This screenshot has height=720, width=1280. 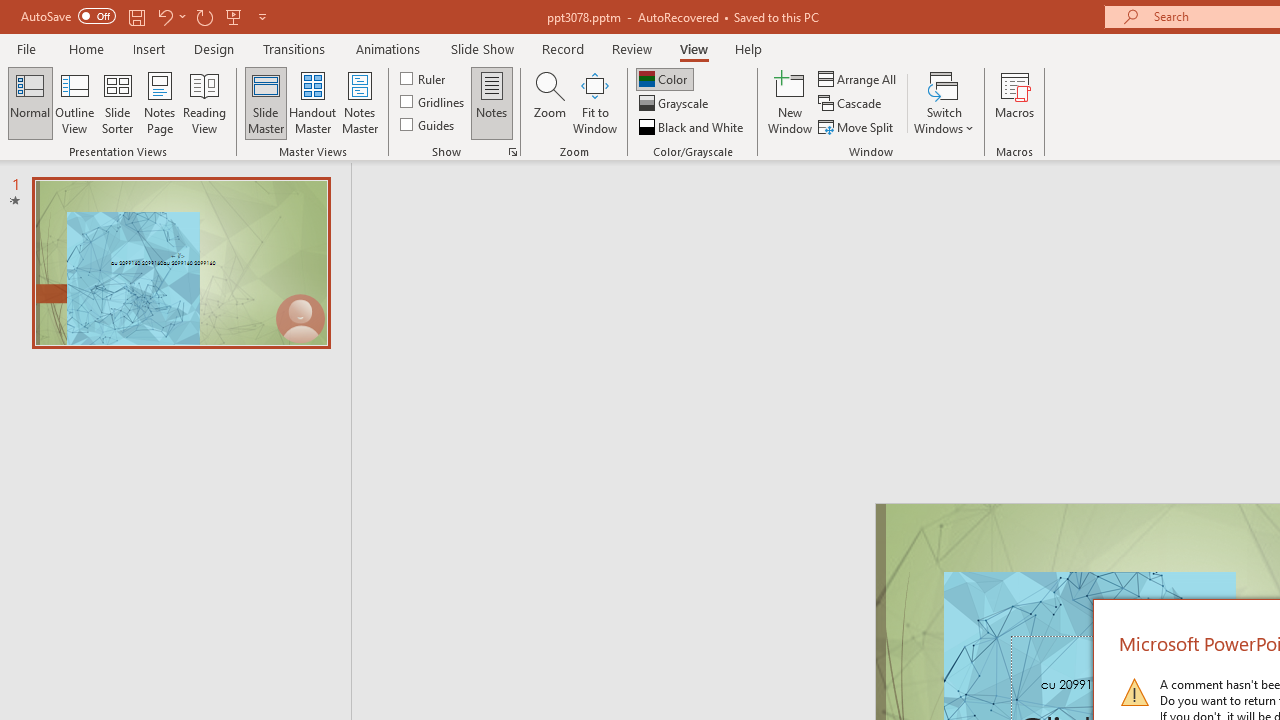 What do you see at coordinates (144, 16) in the screenshot?
I see `'Quick Access Toolbar'` at bounding box center [144, 16].